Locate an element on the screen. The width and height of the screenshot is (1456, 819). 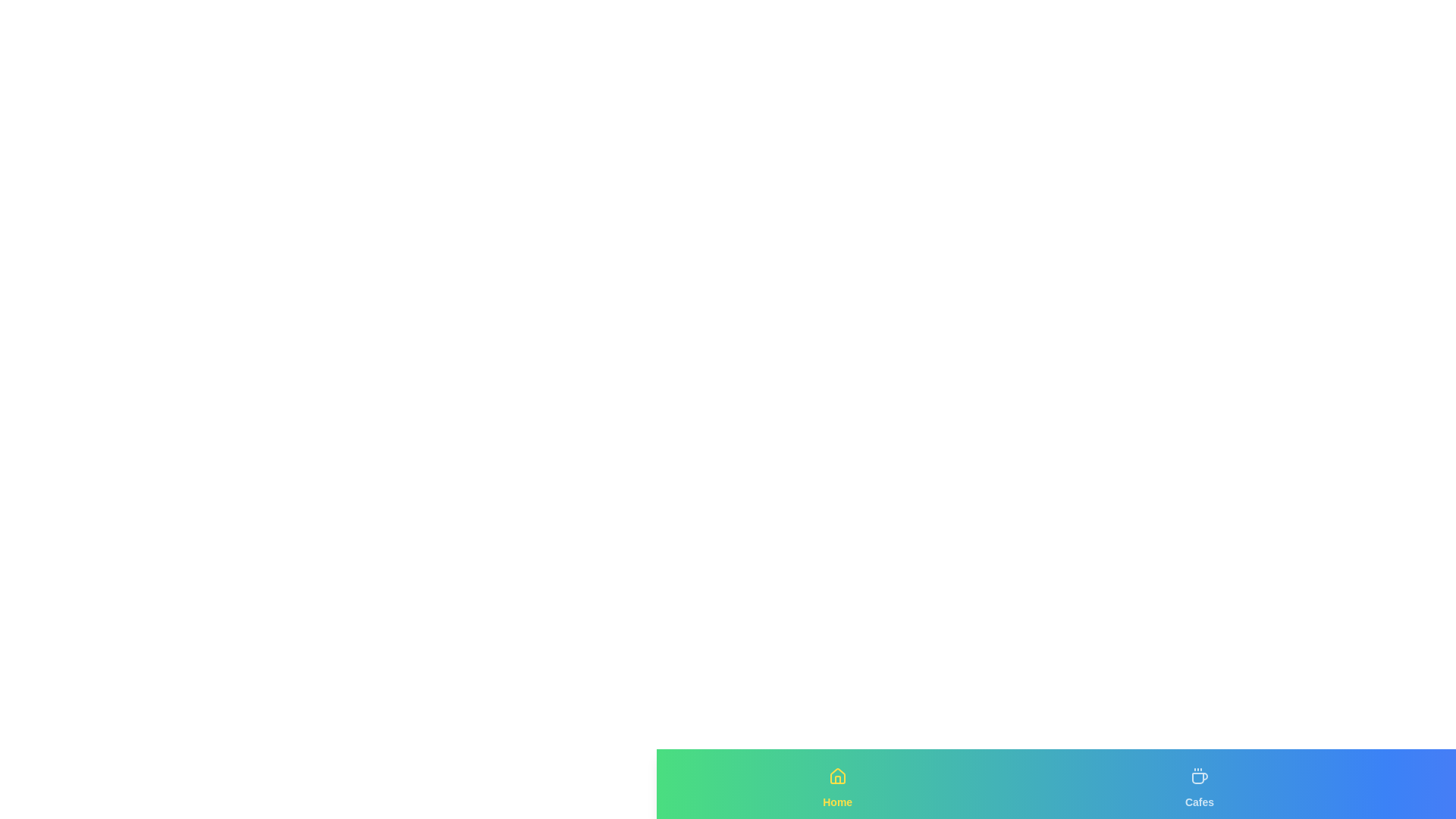
the 'Cafes' tab located at the bottom navigation bar is located at coordinates (1199, 783).